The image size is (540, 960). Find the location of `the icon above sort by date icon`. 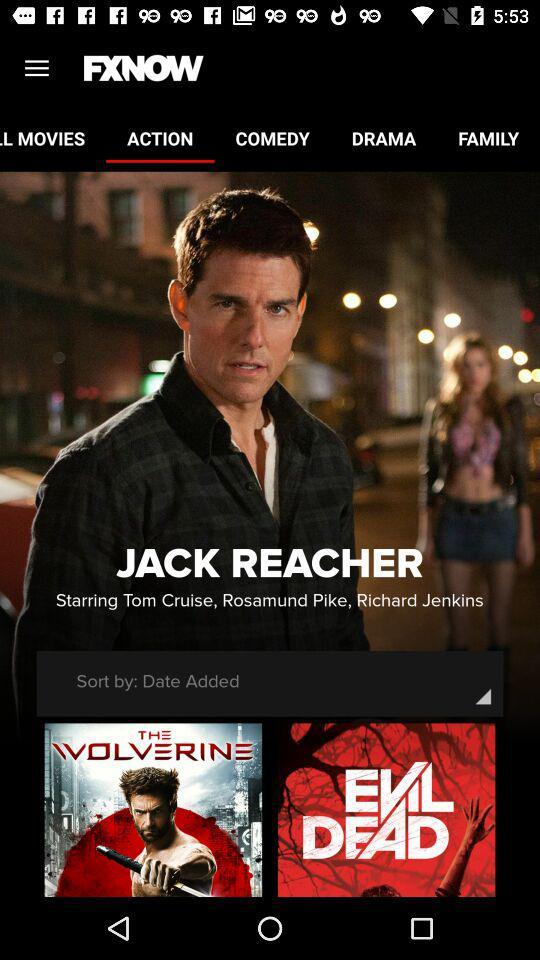

the icon above sort by date icon is located at coordinates (269, 600).